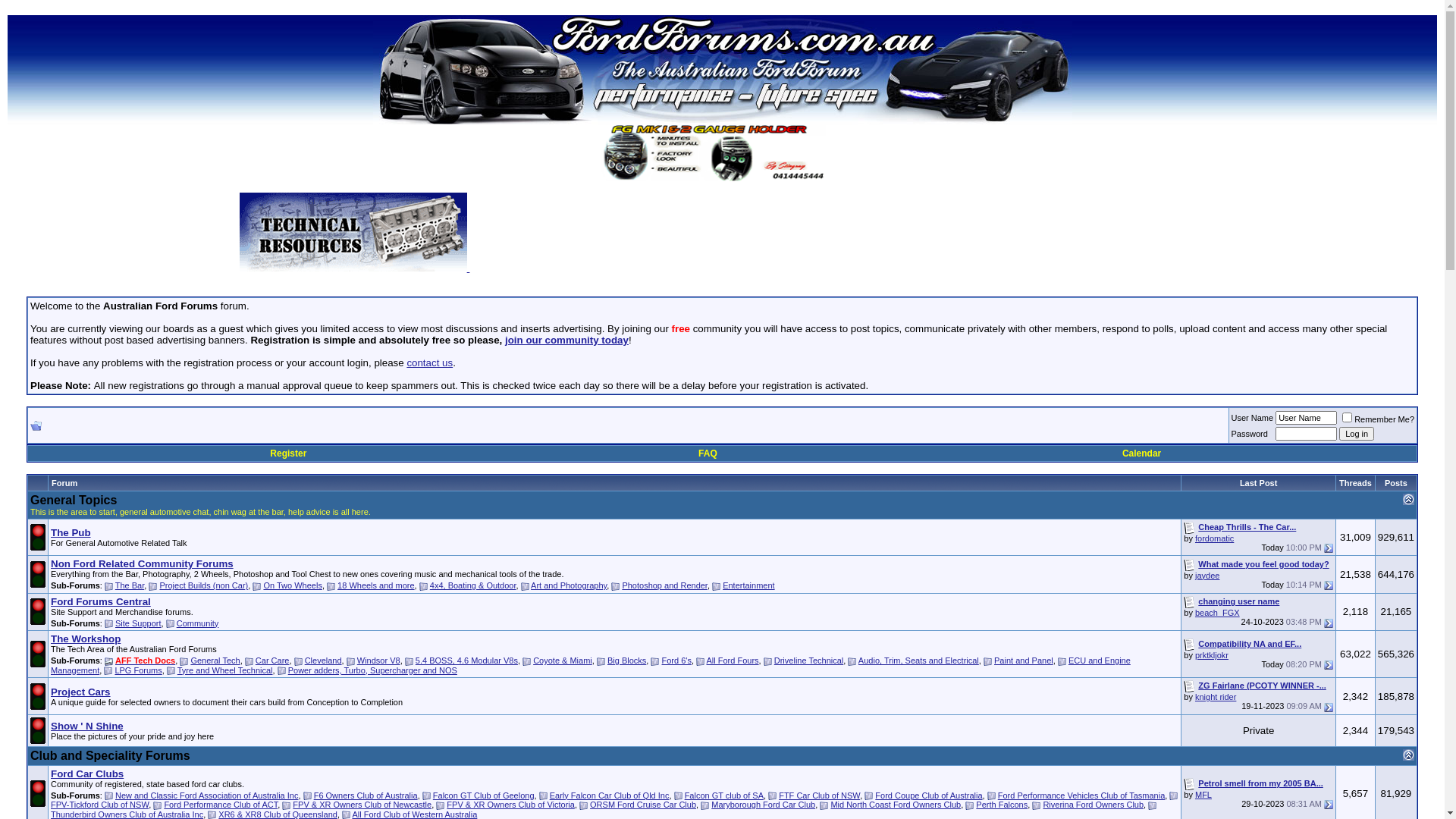  Describe the element at coordinates (322, 660) in the screenshot. I see `'Cleveland'` at that location.